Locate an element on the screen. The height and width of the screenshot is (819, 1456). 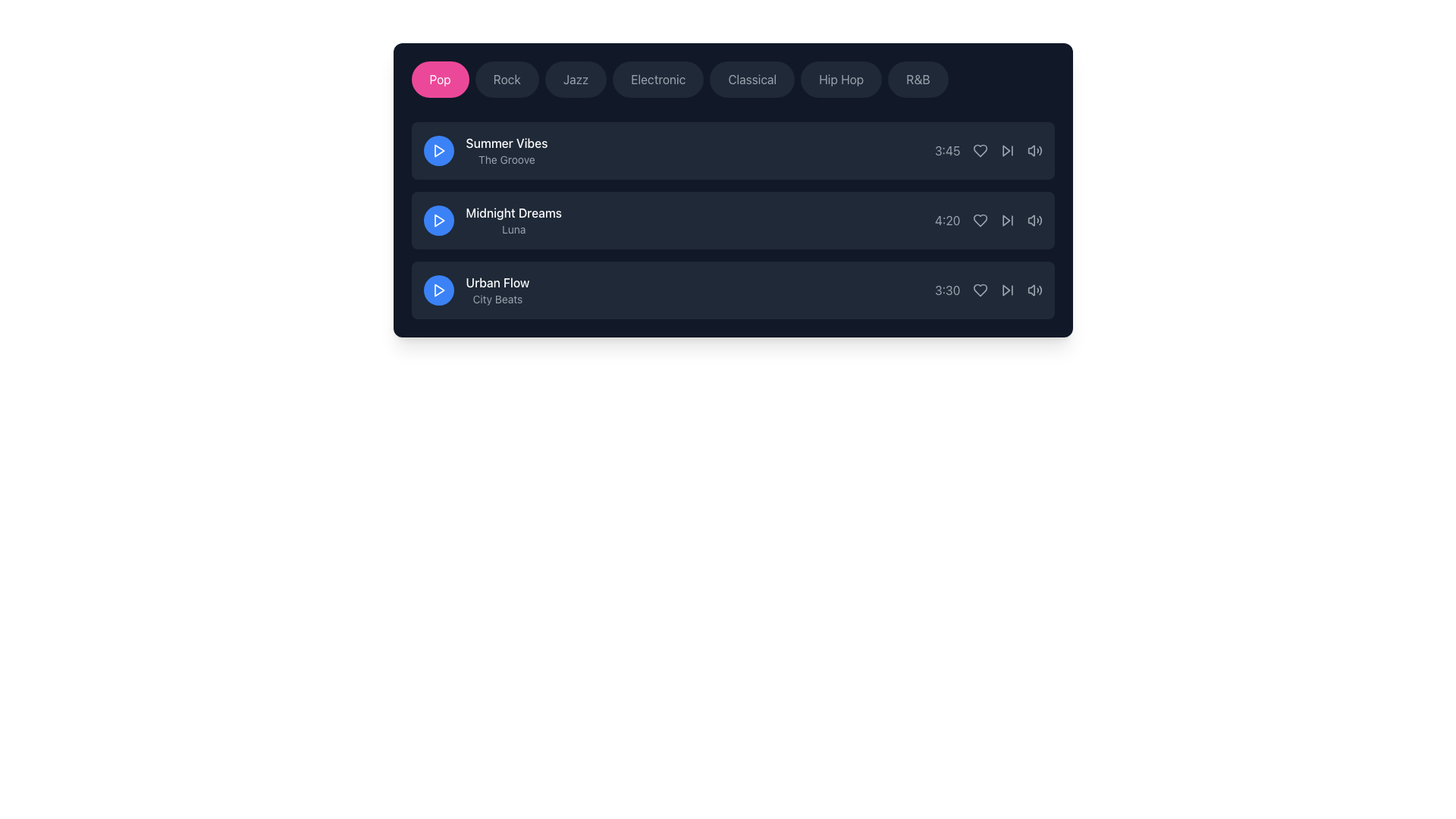
the prominent circular button with a blue background and a white triangular play symbol, located to the left of the 'Midnight Dreams' and 'Luna' labels, for interaction feedback is located at coordinates (438, 220).